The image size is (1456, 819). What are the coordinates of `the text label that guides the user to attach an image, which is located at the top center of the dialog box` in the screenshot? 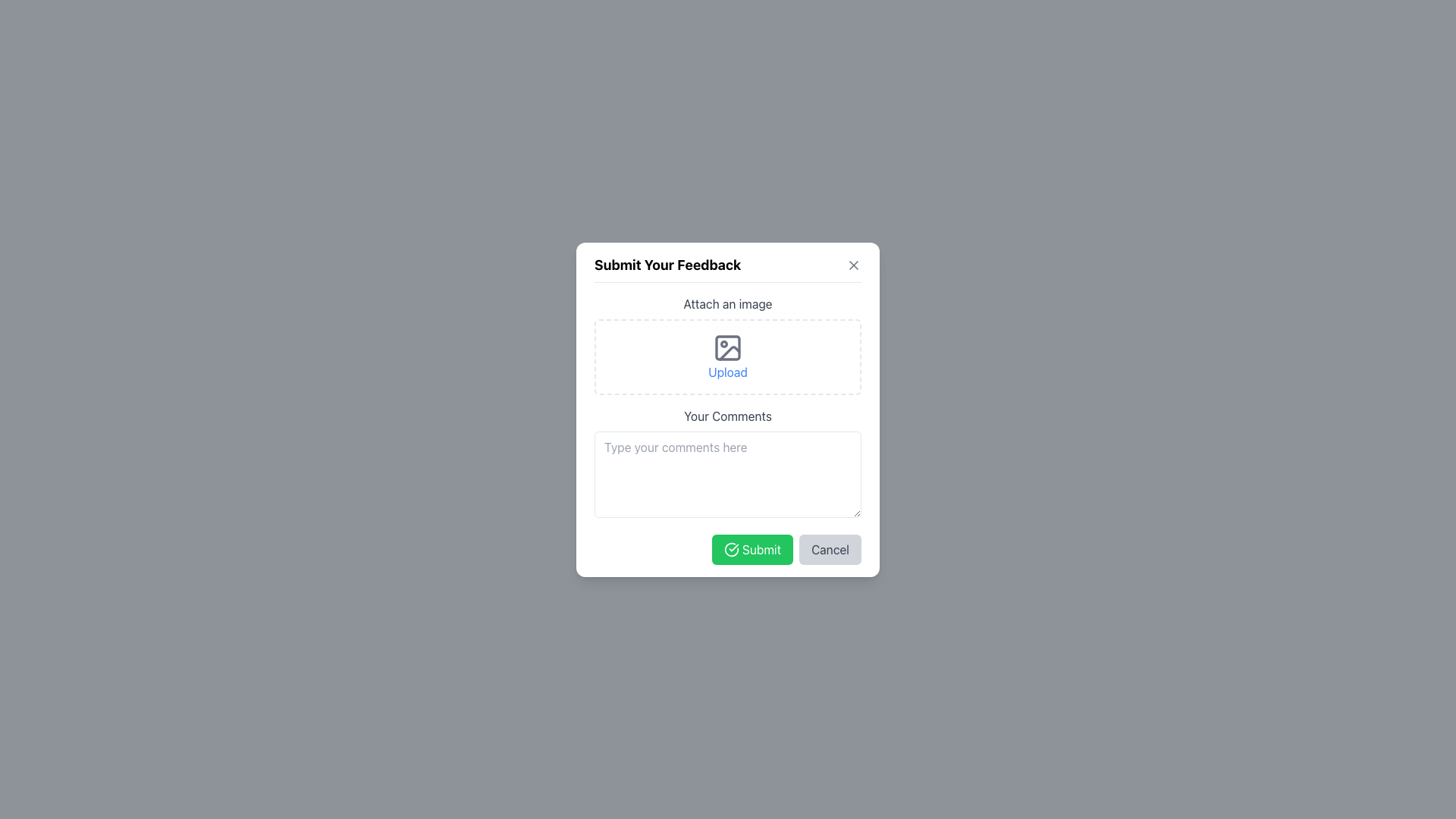 It's located at (728, 303).